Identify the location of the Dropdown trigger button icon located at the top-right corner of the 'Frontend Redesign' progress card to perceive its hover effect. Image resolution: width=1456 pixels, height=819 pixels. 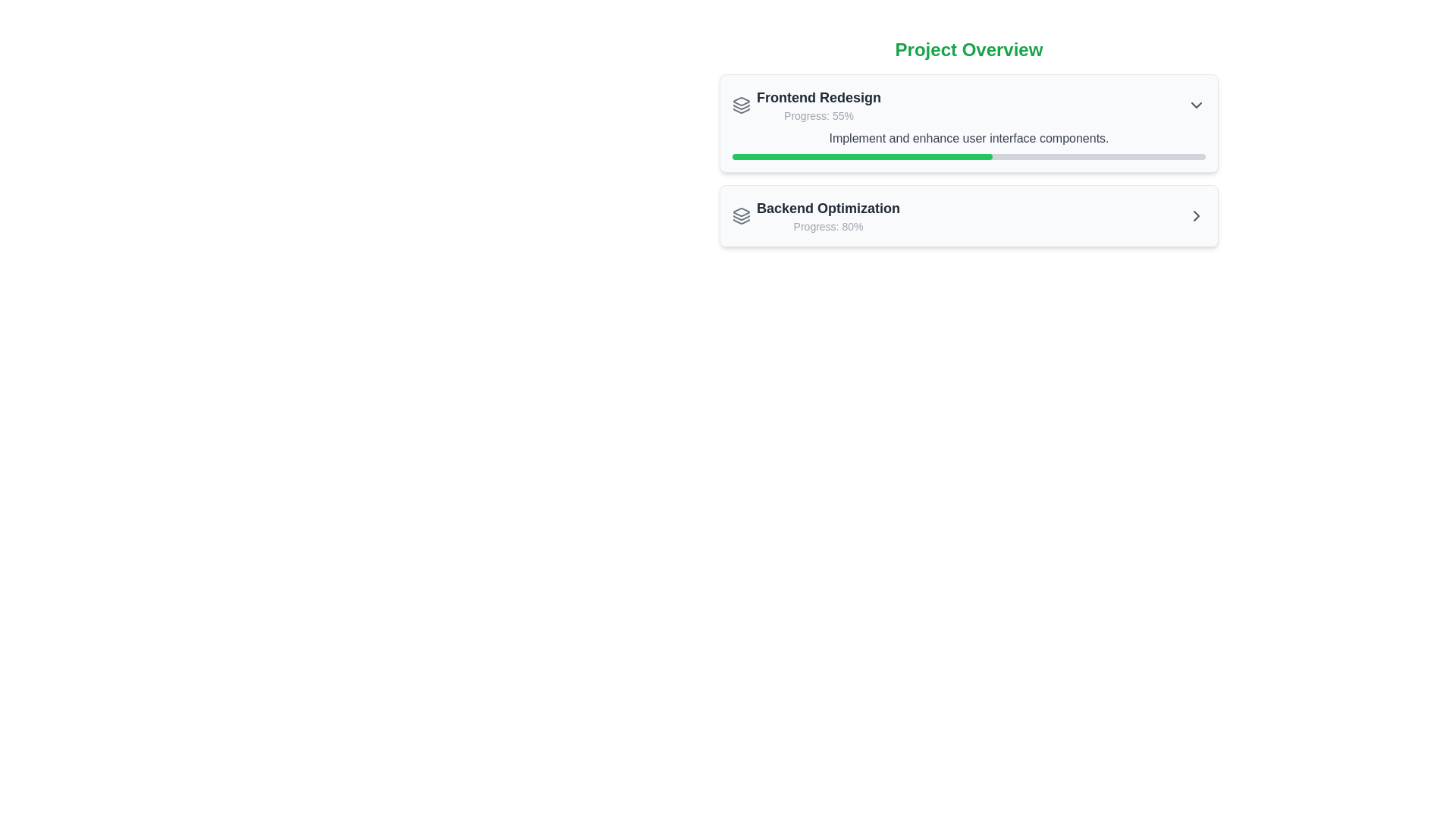
(1196, 104).